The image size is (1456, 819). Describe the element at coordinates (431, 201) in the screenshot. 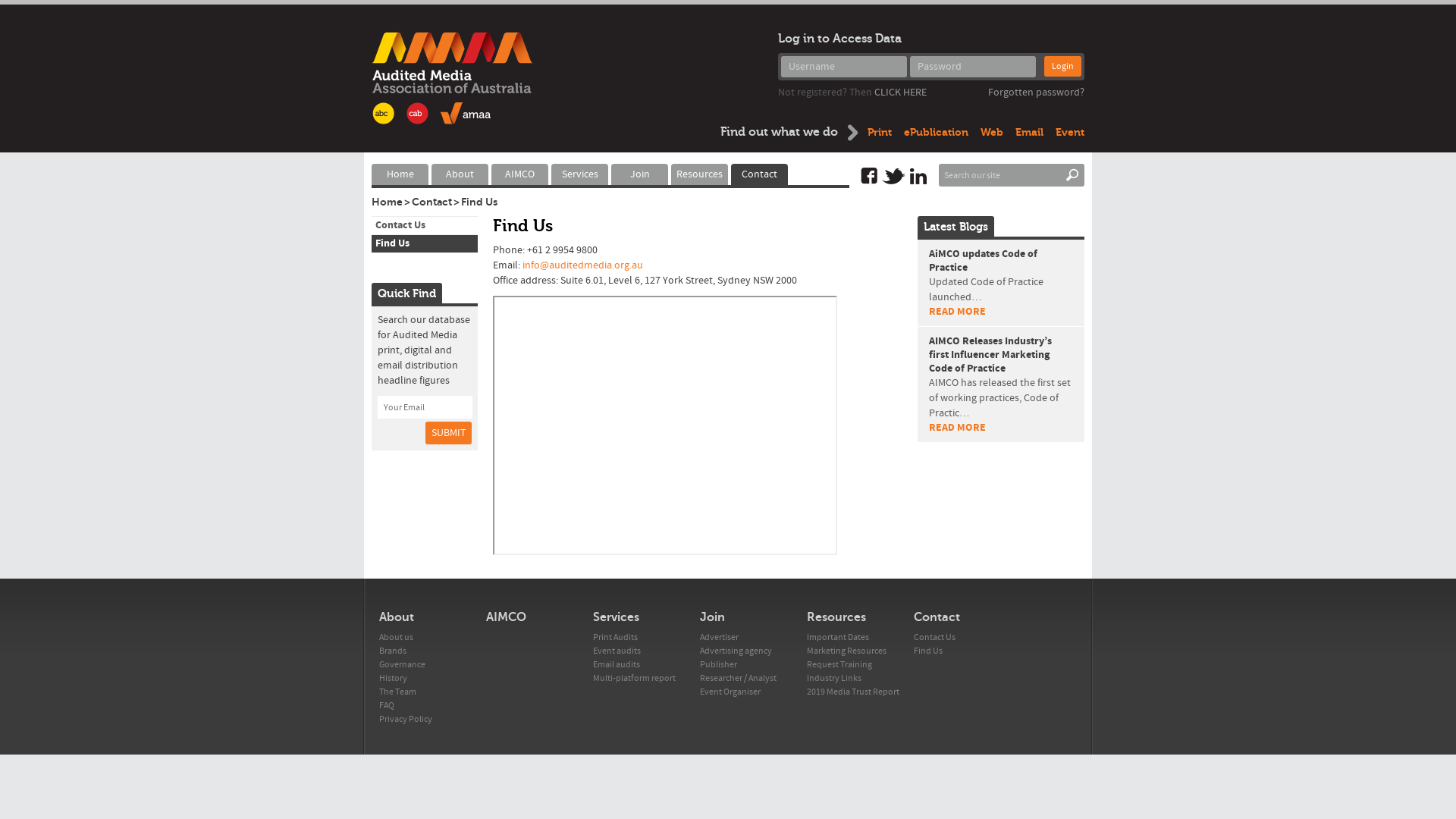

I see `'Contact'` at that location.